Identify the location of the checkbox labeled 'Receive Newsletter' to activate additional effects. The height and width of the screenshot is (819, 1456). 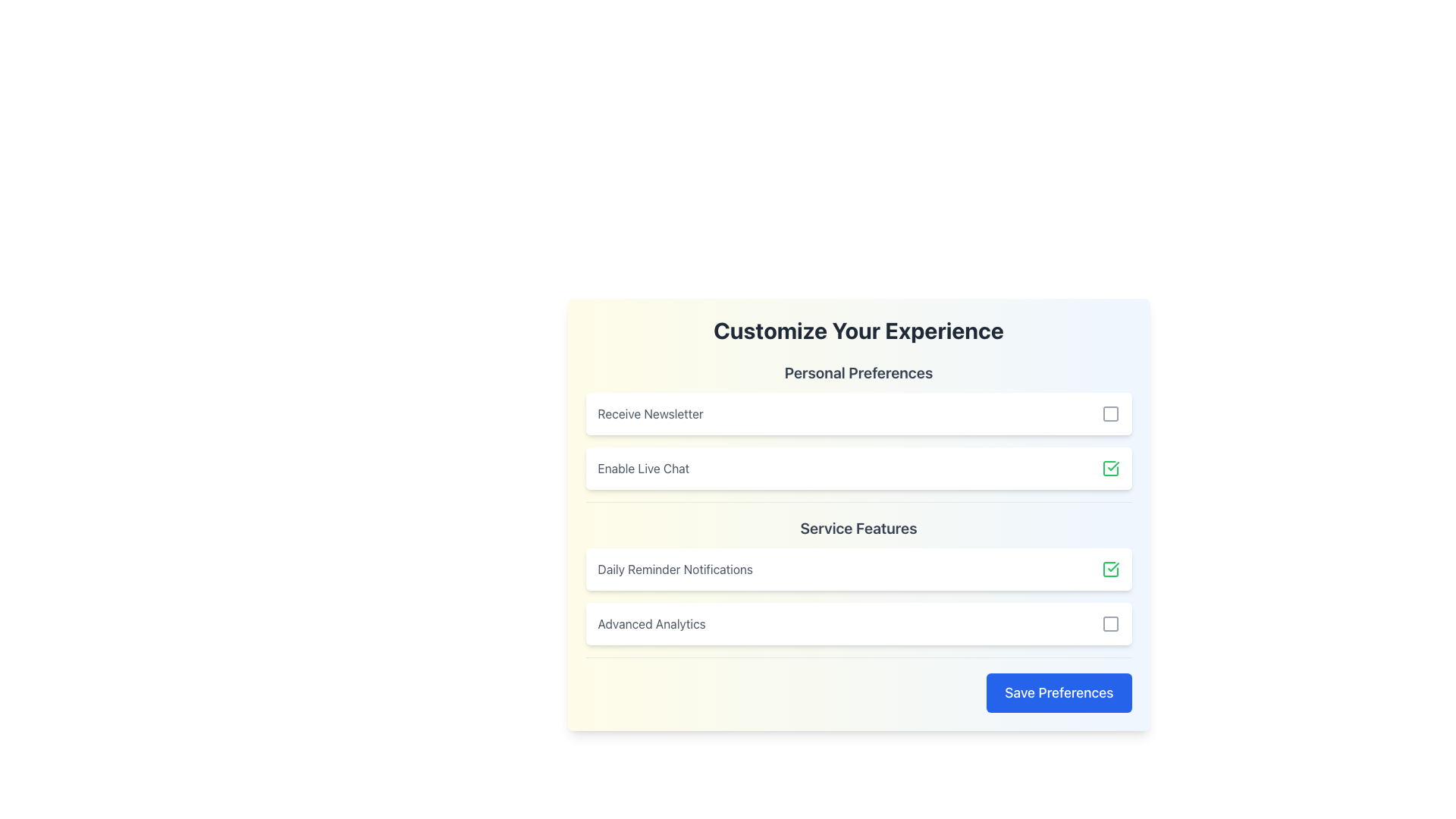
(858, 414).